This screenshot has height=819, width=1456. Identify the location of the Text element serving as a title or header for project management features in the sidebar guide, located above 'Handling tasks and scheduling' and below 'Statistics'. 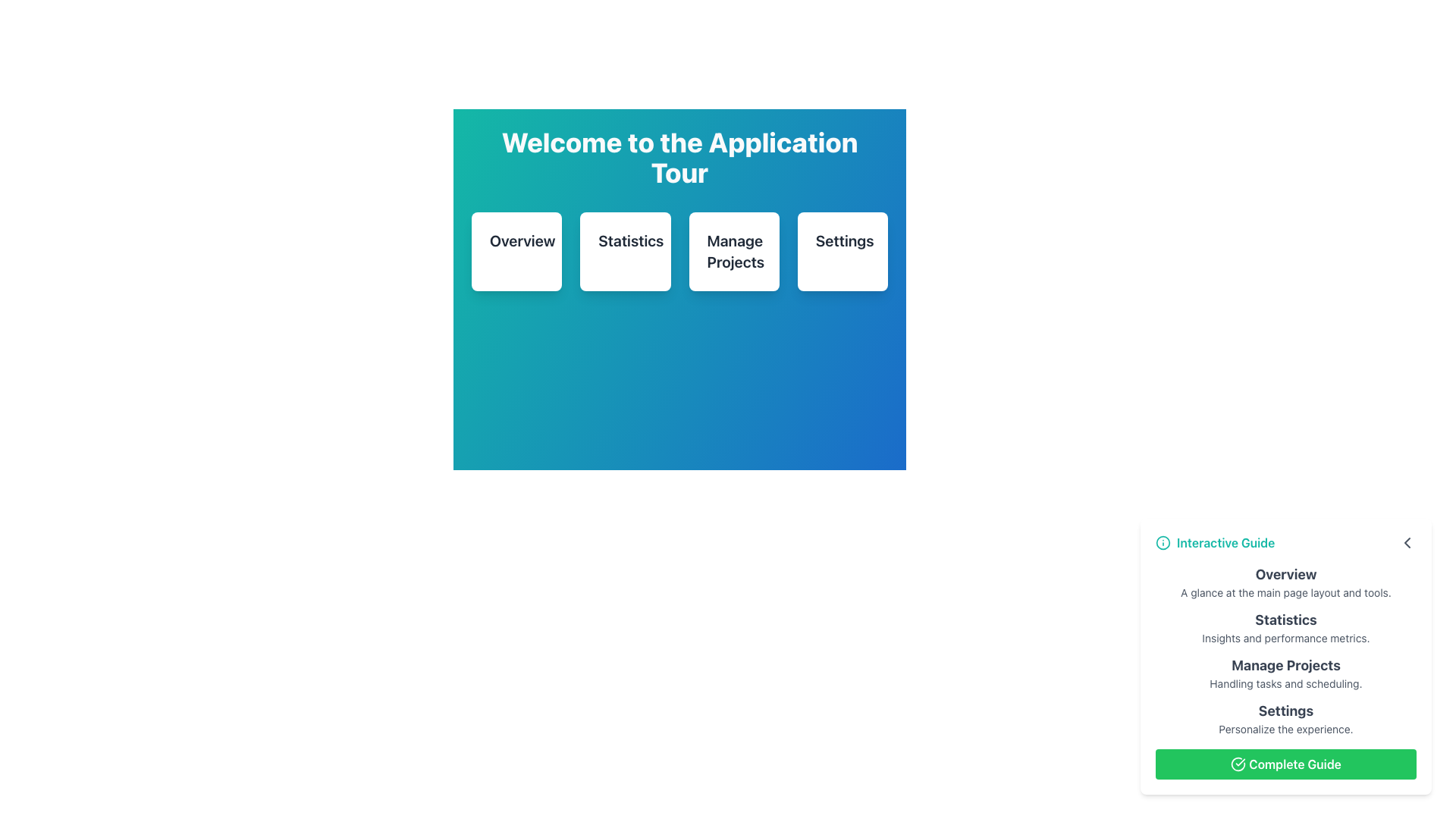
(1285, 665).